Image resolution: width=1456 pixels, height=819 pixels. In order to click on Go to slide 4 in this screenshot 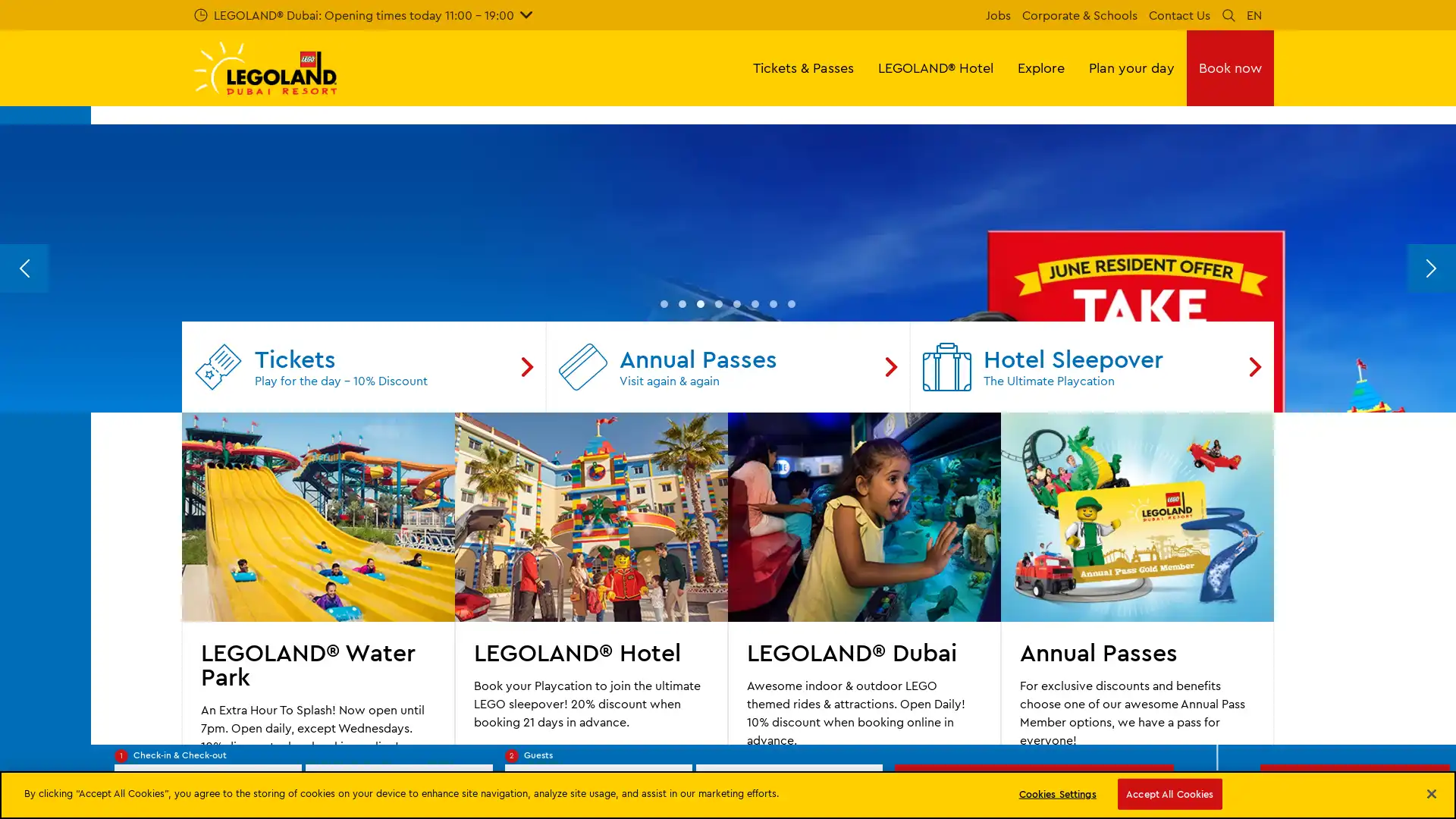, I will do `click(718, 604)`.